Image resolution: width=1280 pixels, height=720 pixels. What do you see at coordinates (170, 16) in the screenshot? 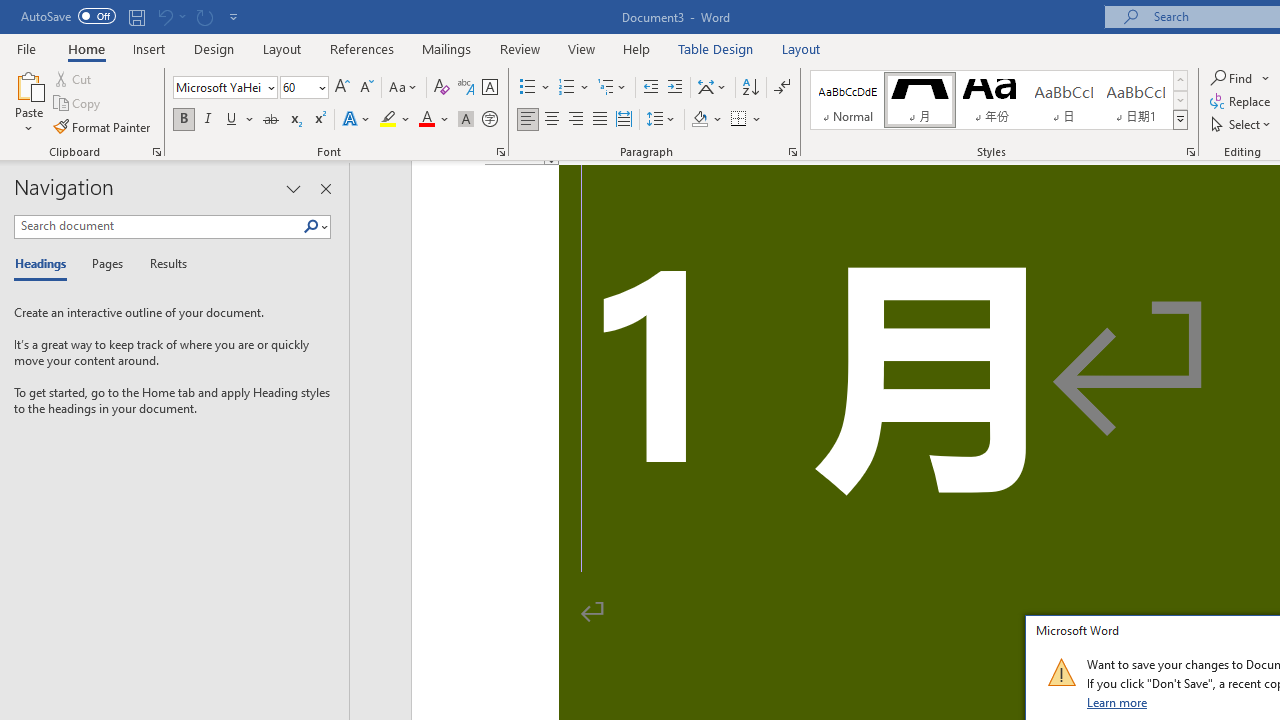
I see `'Can'` at bounding box center [170, 16].